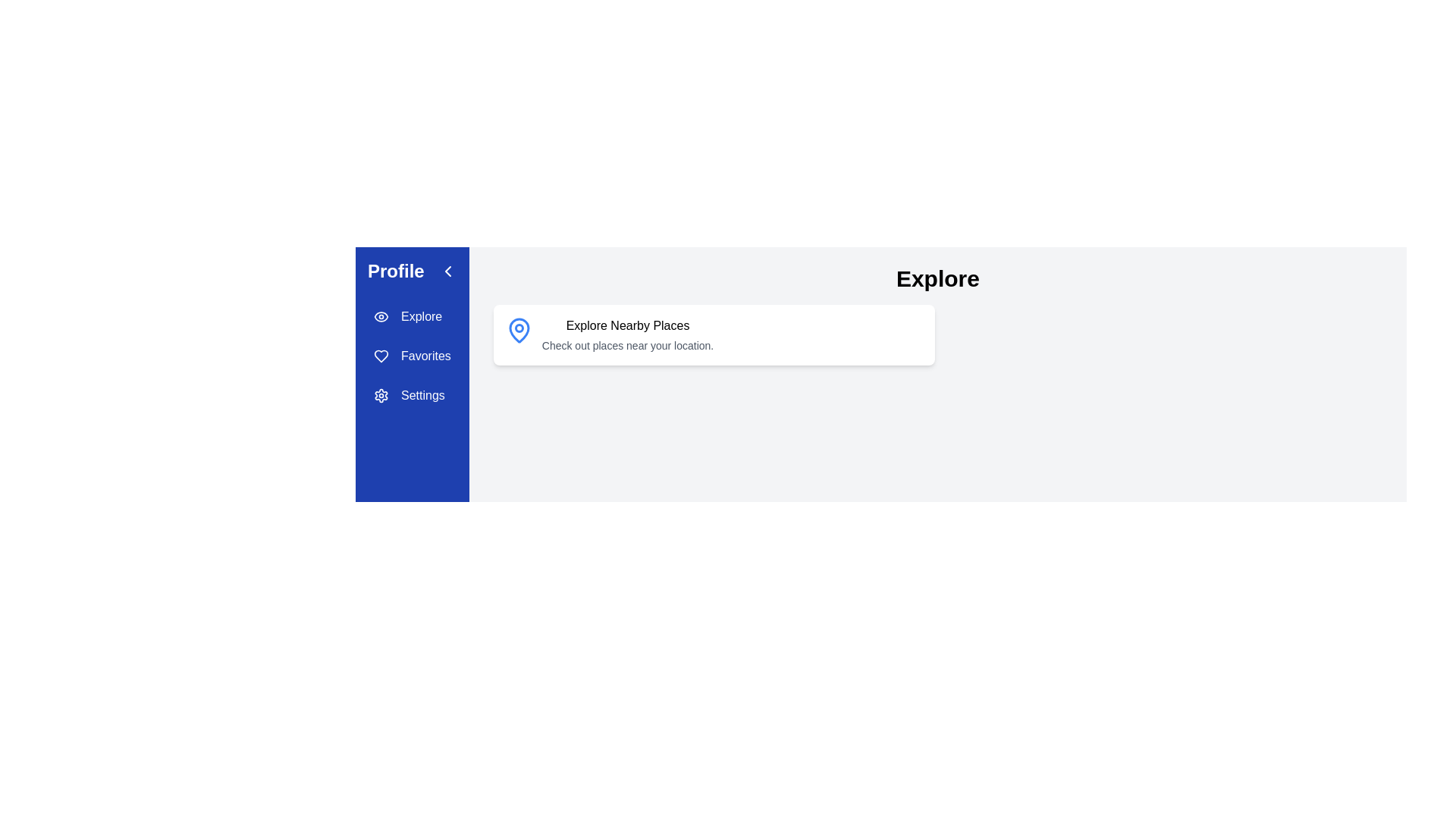 Image resolution: width=1456 pixels, height=819 pixels. What do you see at coordinates (381, 356) in the screenshot?
I see `the 'Favorites' icon located in the left navigation menu, positioned next to the 'Favorites' text label` at bounding box center [381, 356].